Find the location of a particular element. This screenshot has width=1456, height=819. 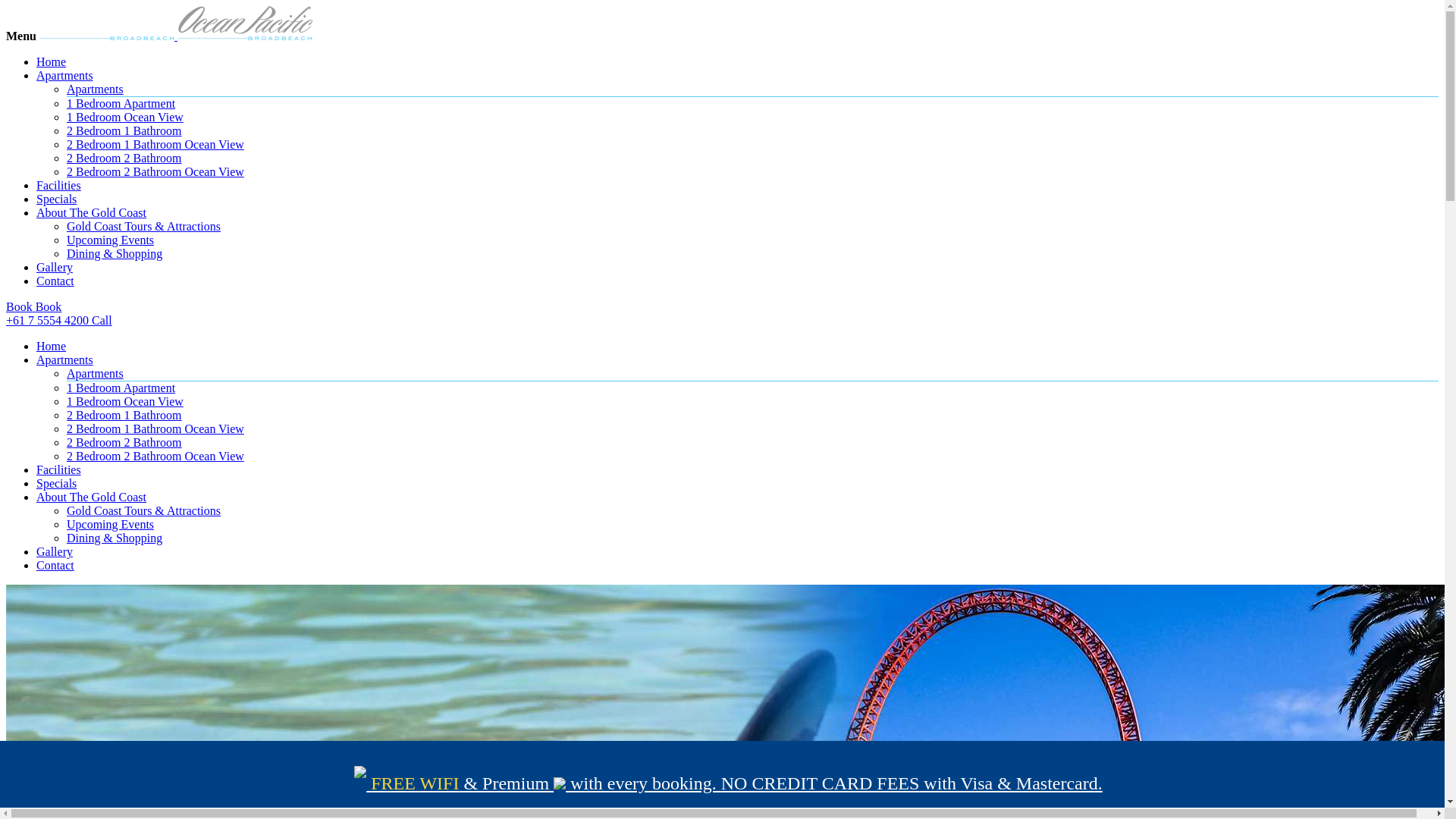

'Upcoming Events' is located at coordinates (109, 523).